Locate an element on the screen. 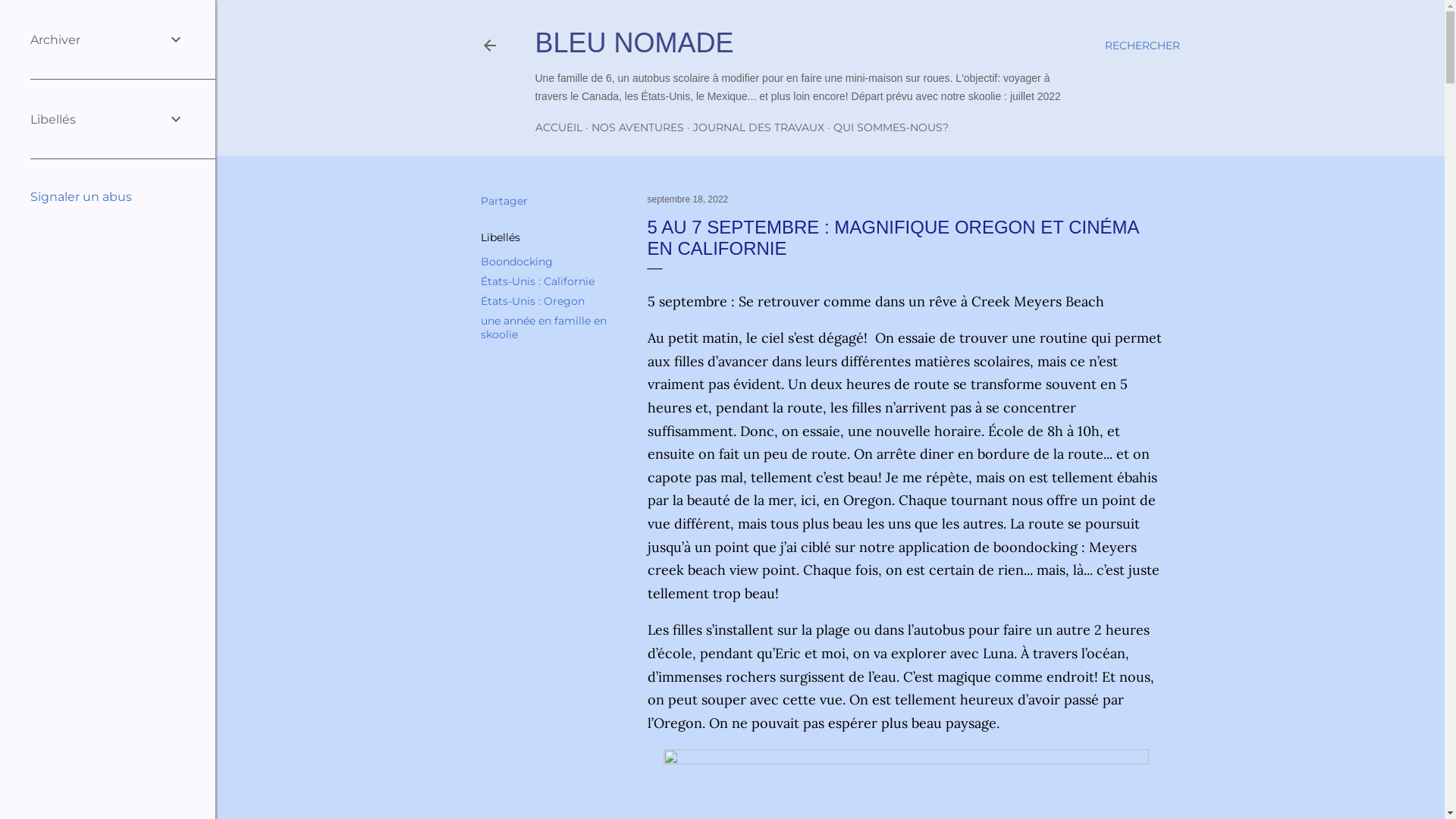  'Boondocking' is located at coordinates (516, 260).